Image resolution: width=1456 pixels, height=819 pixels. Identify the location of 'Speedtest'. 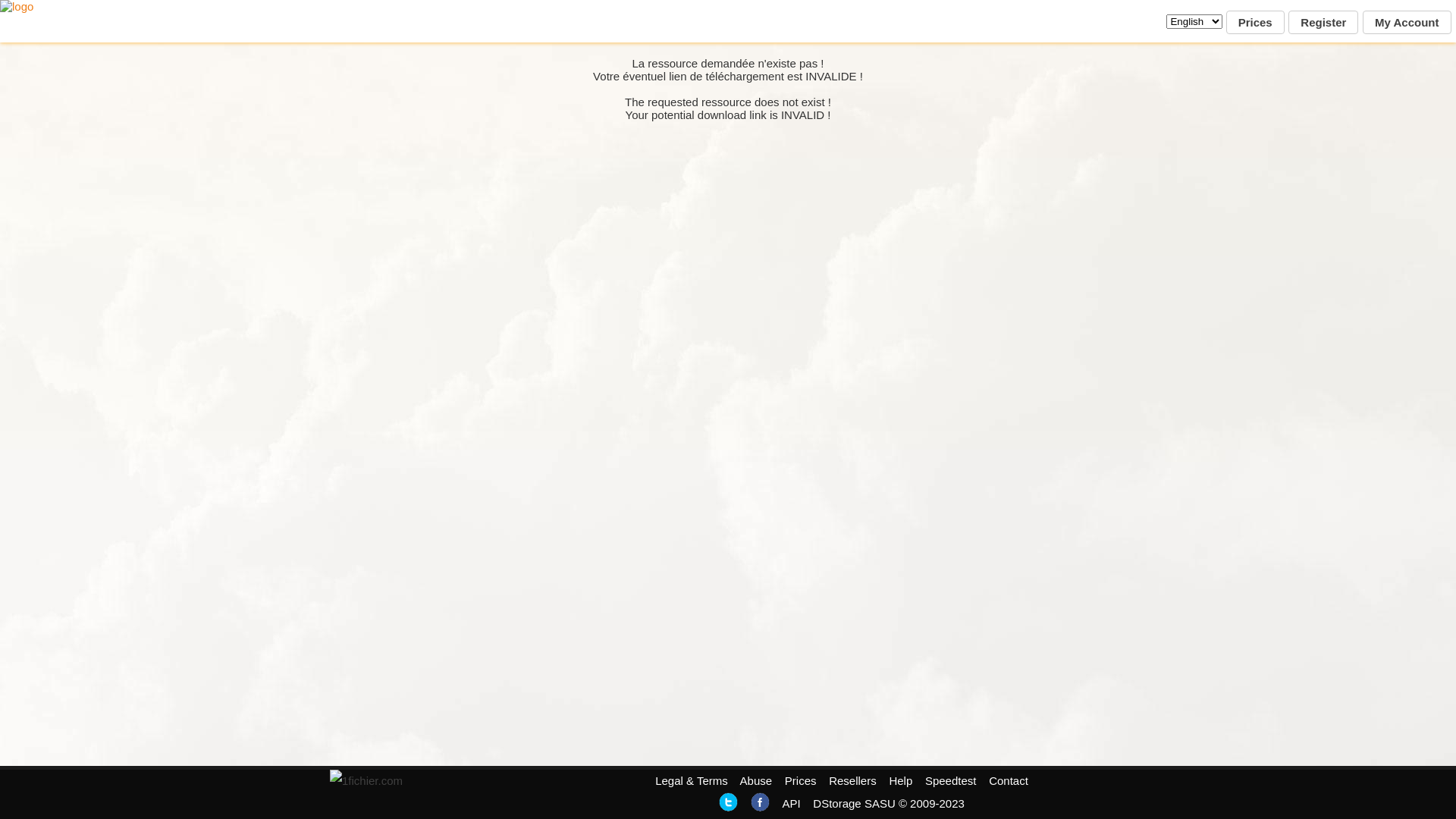
(949, 780).